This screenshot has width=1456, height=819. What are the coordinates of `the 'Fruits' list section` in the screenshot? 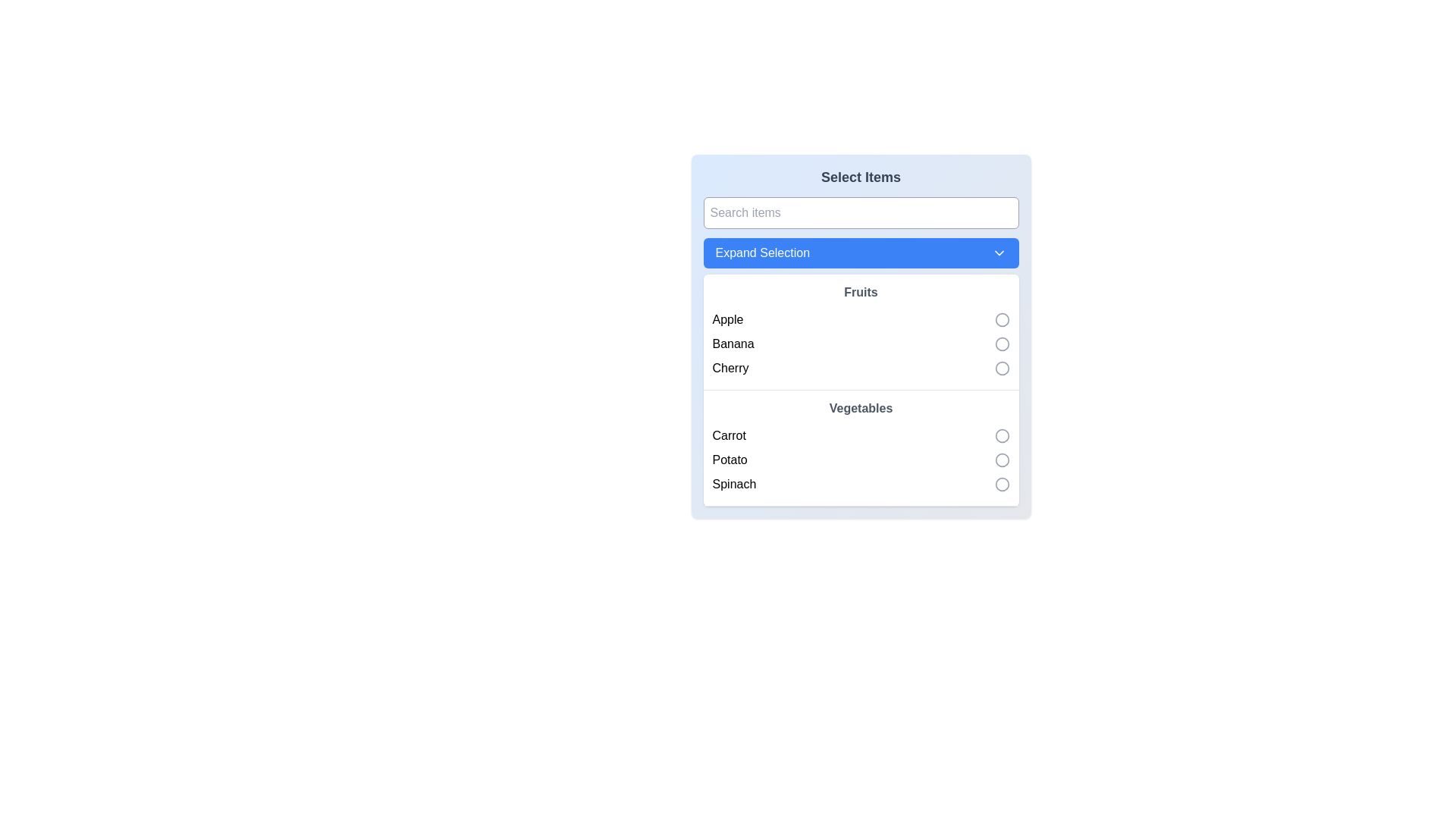 It's located at (861, 331).